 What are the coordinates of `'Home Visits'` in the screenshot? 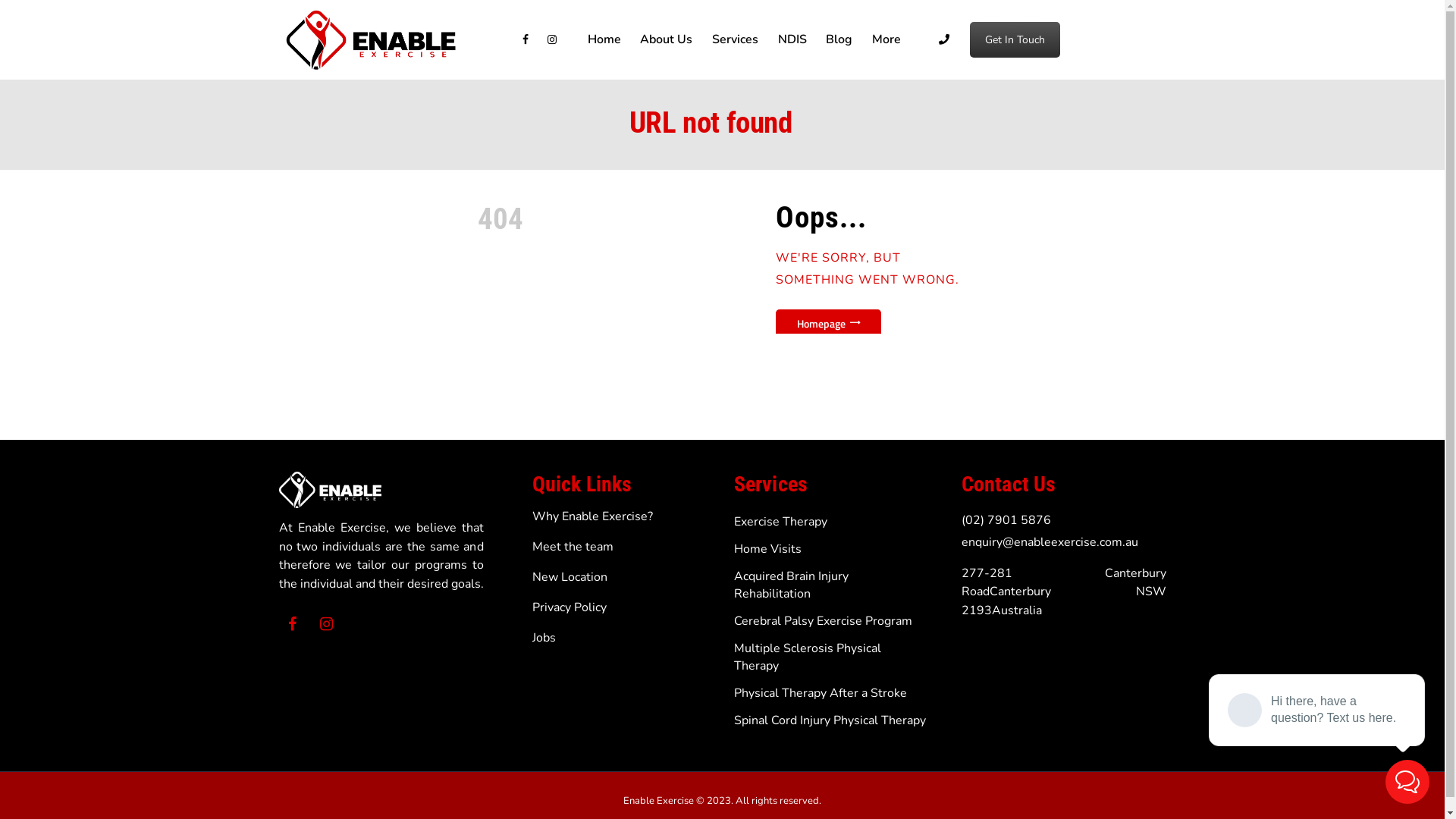 It's located at (767, 549).